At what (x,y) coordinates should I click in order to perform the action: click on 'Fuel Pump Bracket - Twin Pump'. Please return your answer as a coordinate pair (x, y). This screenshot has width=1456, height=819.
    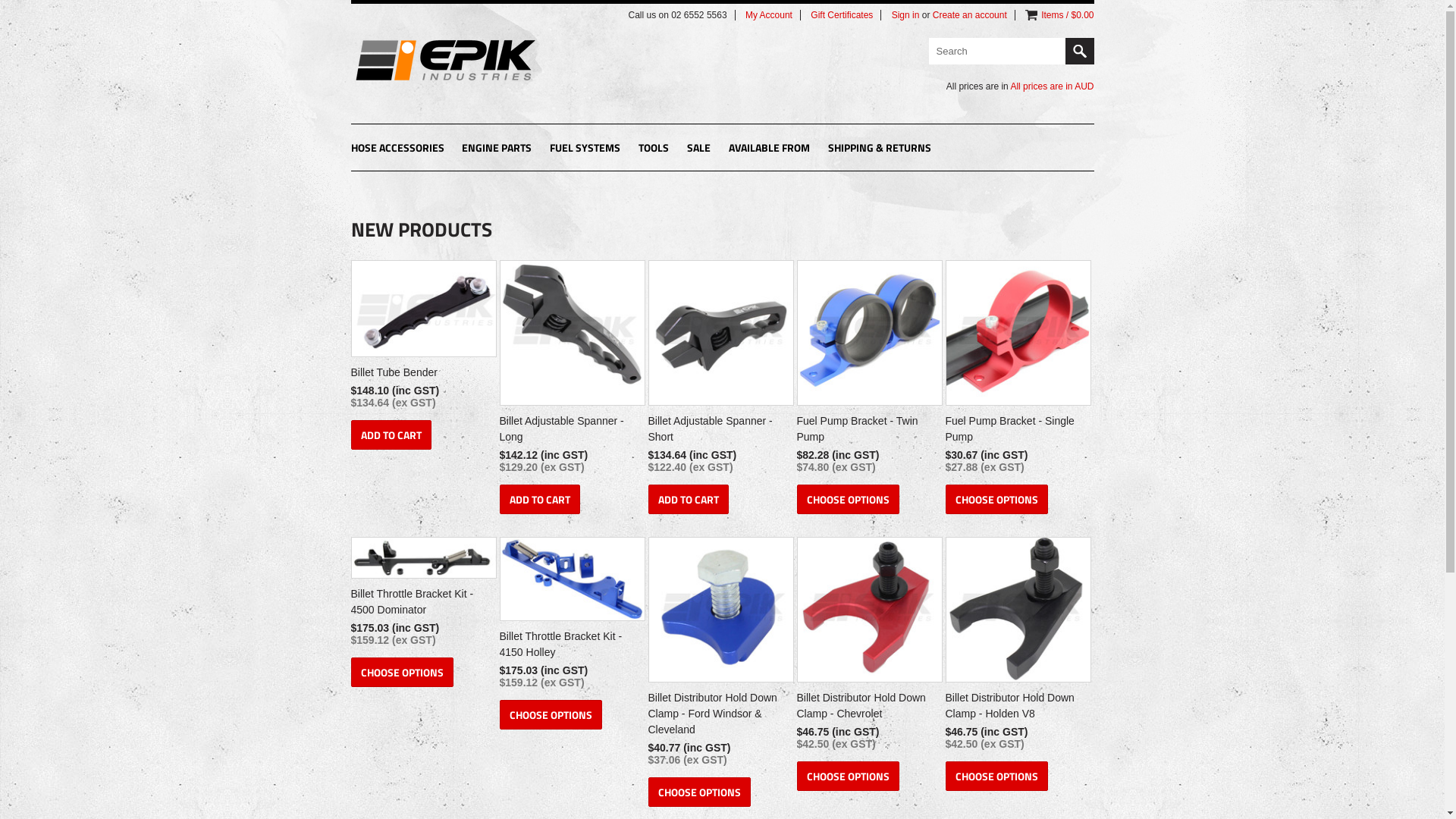
    Looking at the image, I should click on (867, 431).